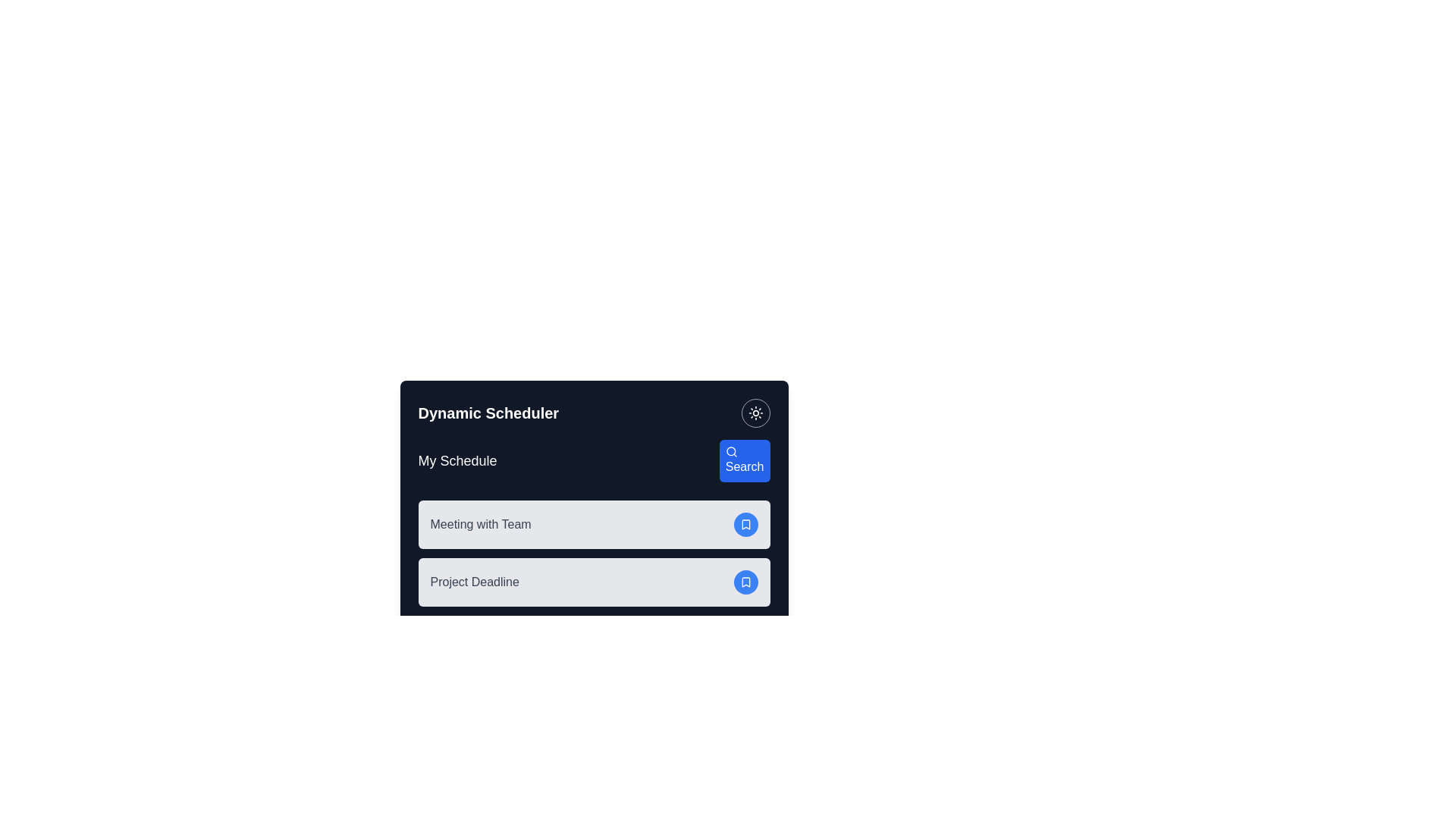  I want to click on the bookmarking button located at the right end of the 'Project Deadline' section, so click(745, 581).